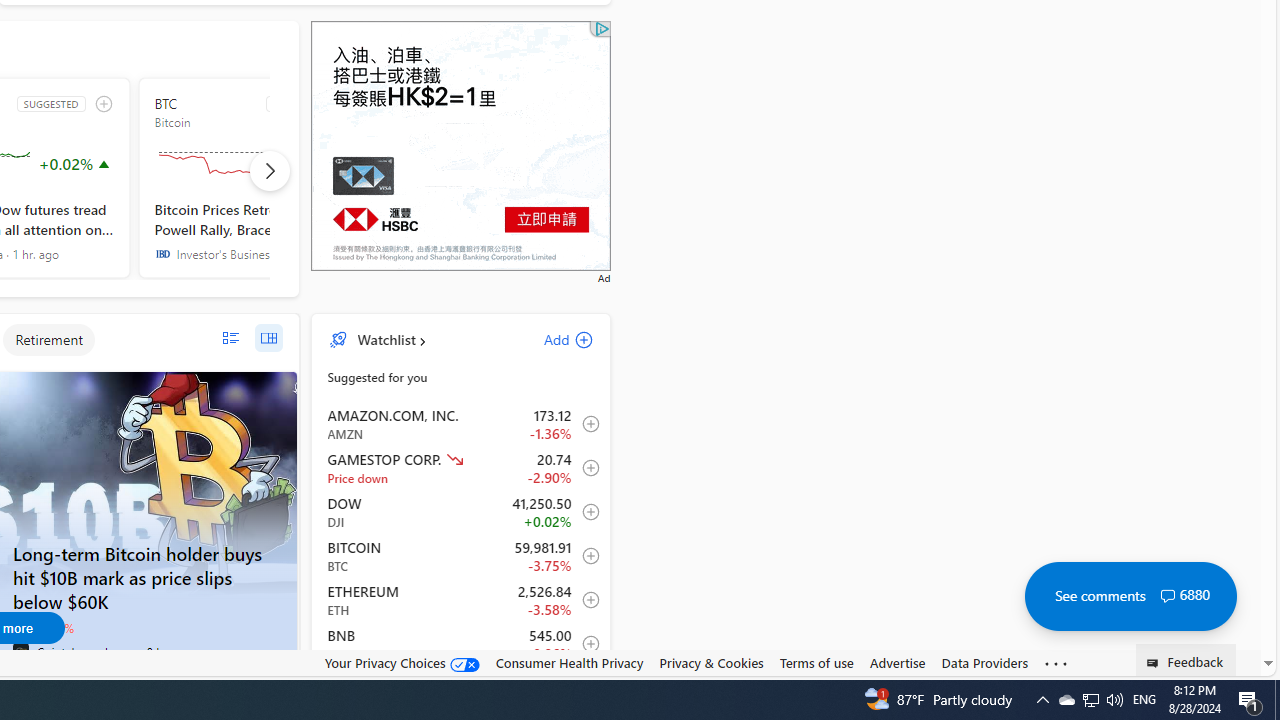  I want to click on 'BTC SUGGESTED Bitcoin', so click(257, 177).